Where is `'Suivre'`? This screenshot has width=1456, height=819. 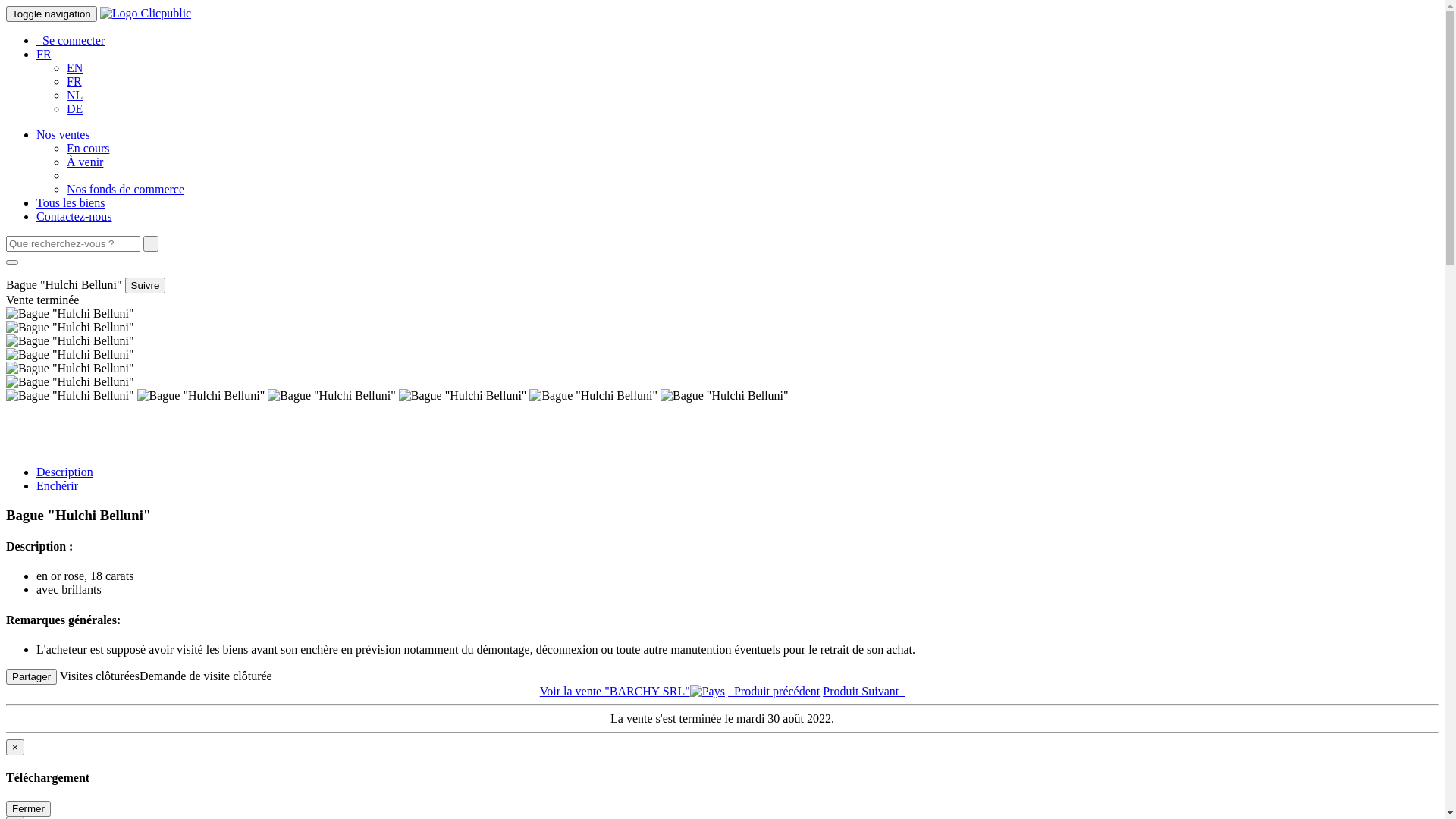 'Suivre' is located at coordinates (146, 285).